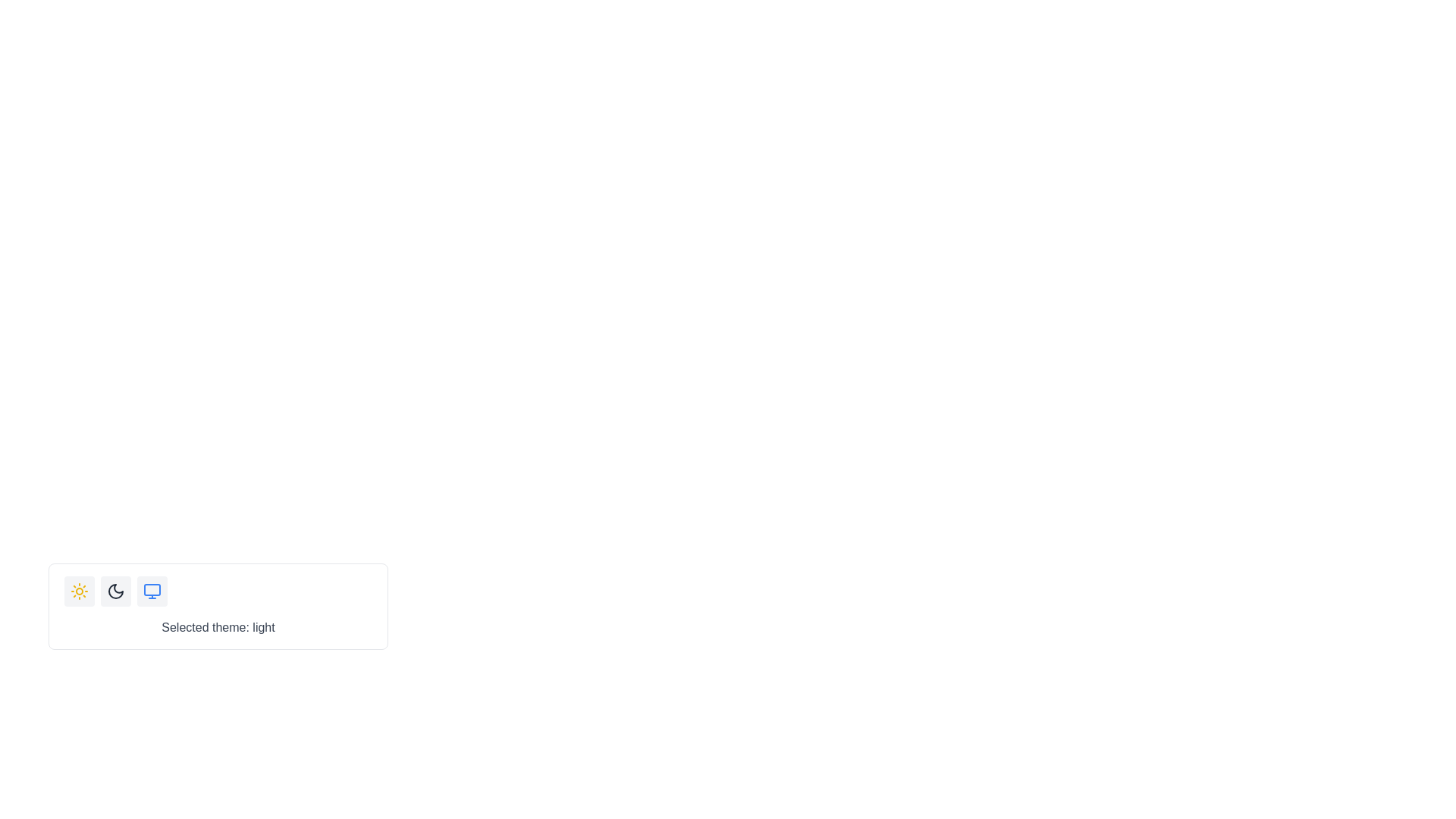 This screenshot has width=1456, height=819. I want to click on the static text label reading 'light', which is styled with medium font weight and is positioned immediately to the right of 'Selected theme:', so click(264, 627).